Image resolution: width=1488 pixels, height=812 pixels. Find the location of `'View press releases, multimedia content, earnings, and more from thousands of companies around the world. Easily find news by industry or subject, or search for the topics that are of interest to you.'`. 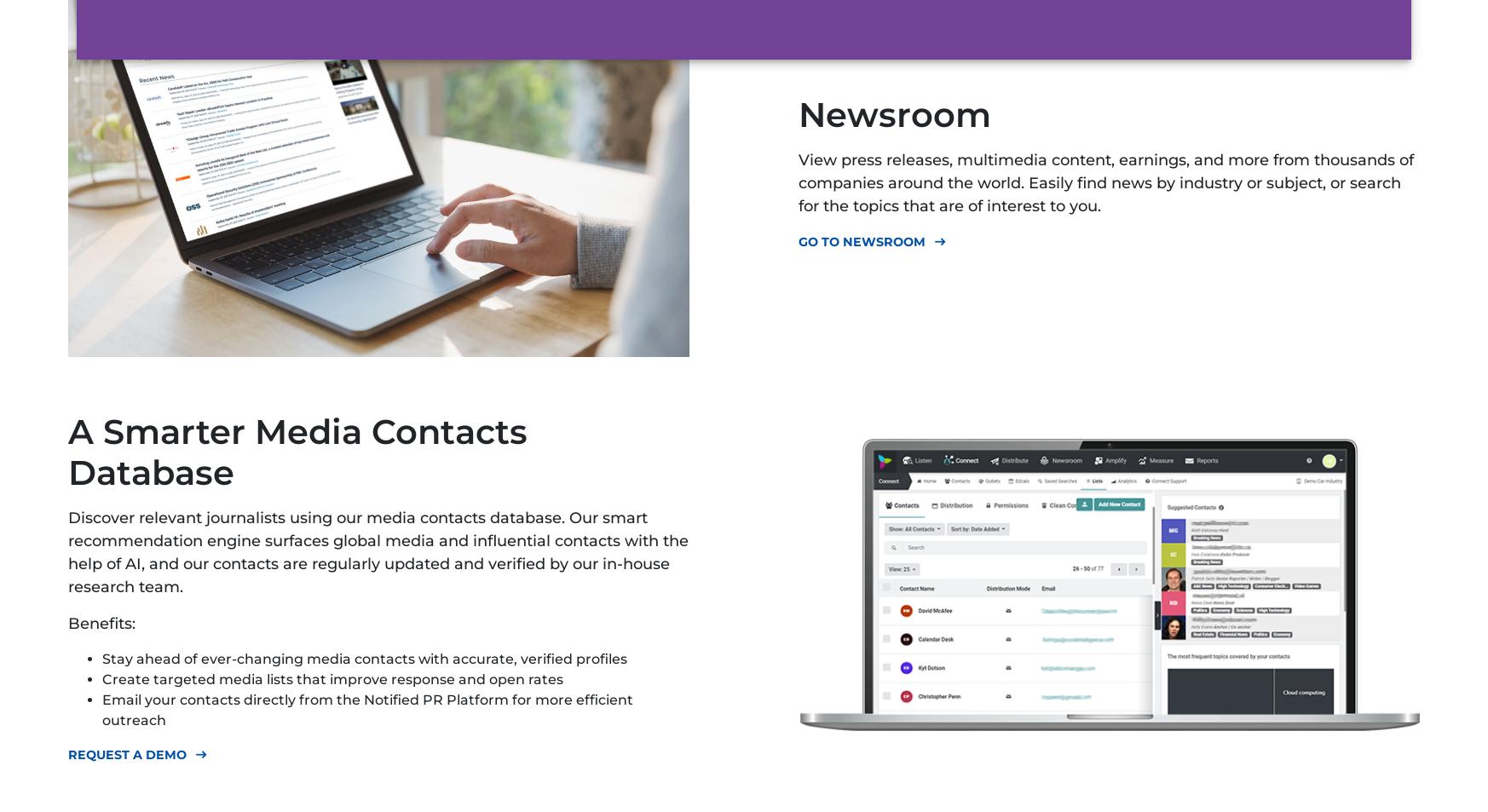

'View press releases, multimedia content, earnings, and more from thousands of companies around the world. Easily find news by industry or subject, or search for the topics that are of interest to you.' is located at coordinates (1104, 181).